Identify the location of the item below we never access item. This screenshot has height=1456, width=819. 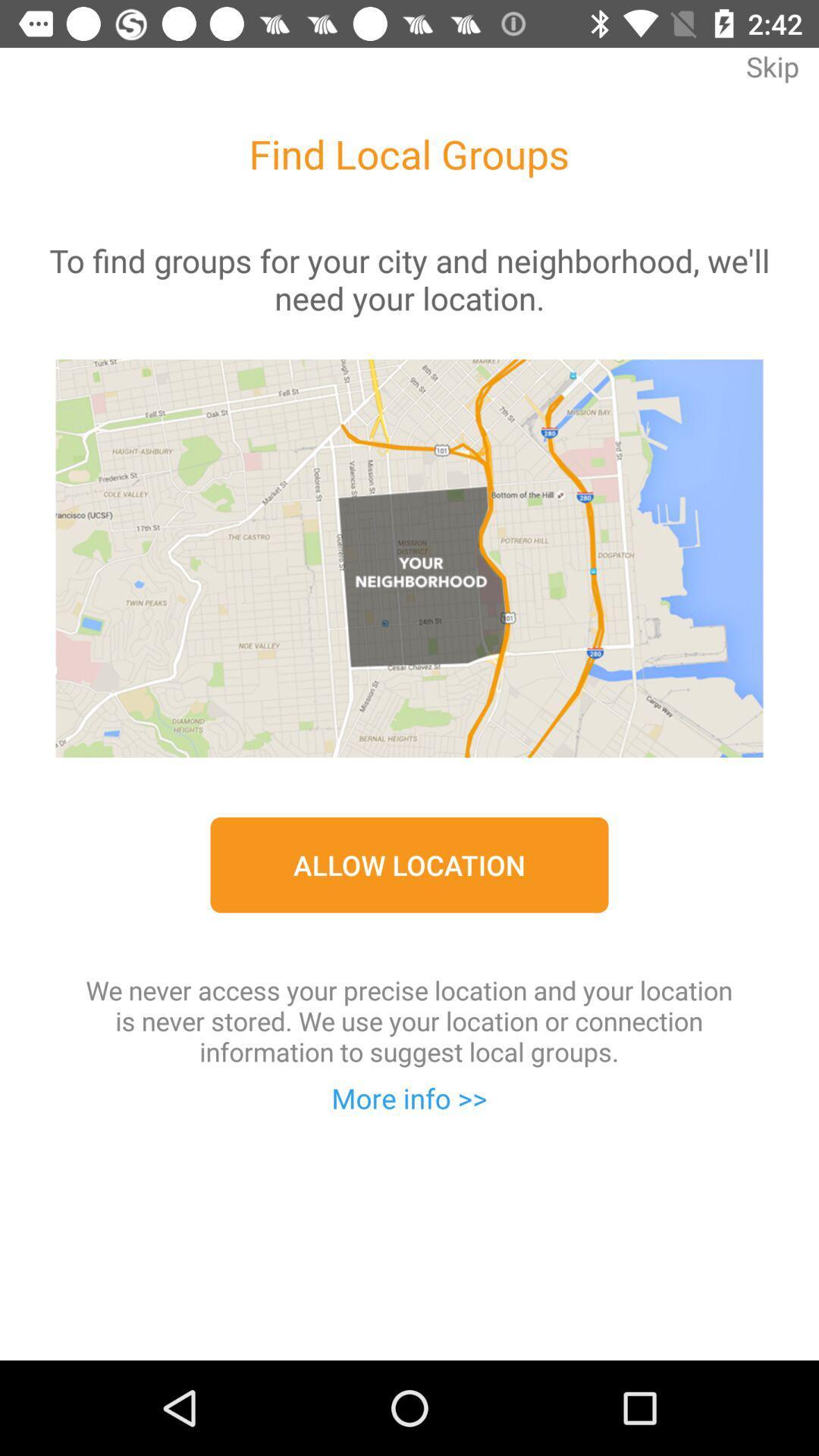
(409, 1098).